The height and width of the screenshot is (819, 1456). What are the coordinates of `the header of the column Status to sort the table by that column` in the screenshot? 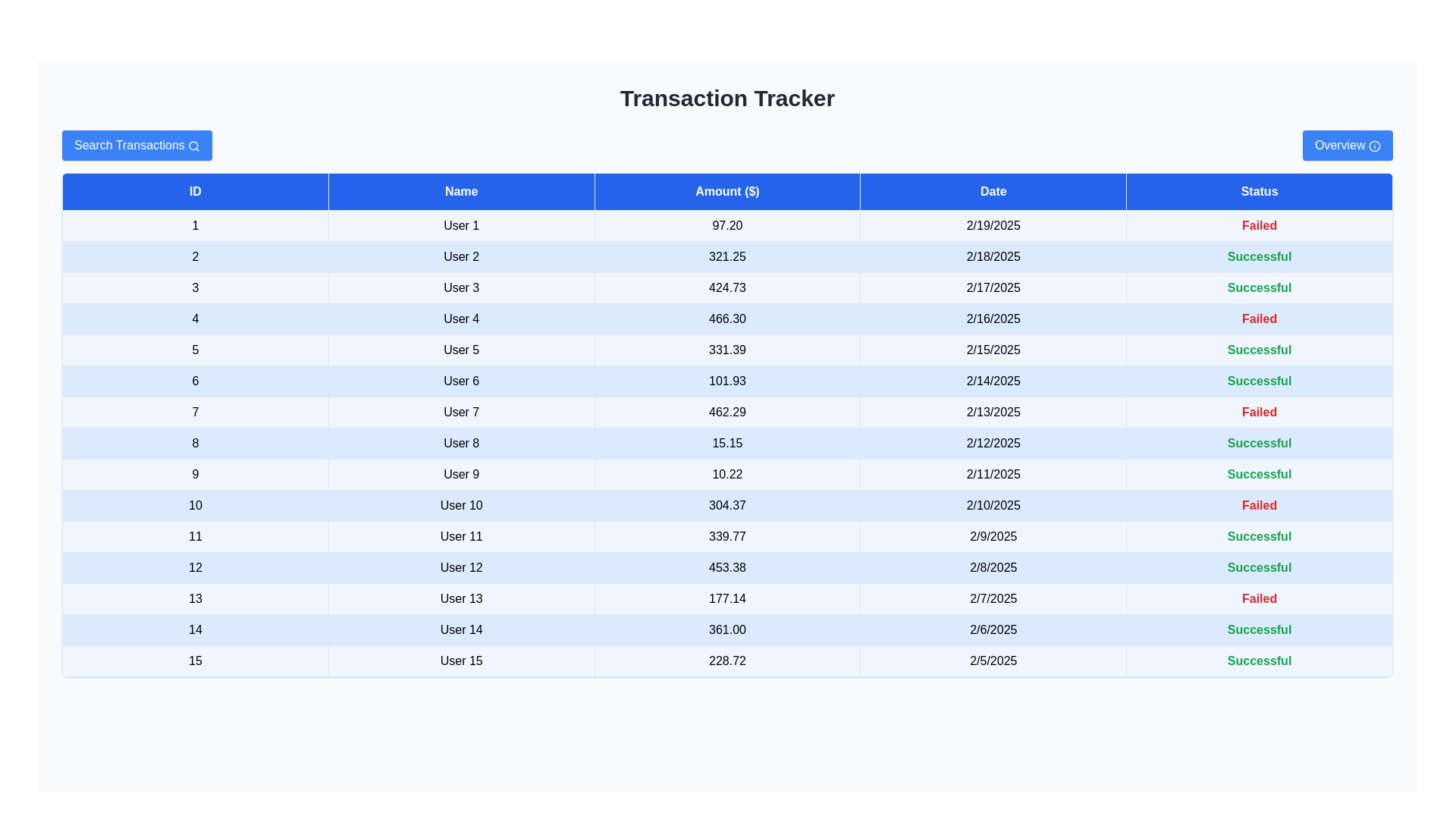 It's located at (1260, 191).